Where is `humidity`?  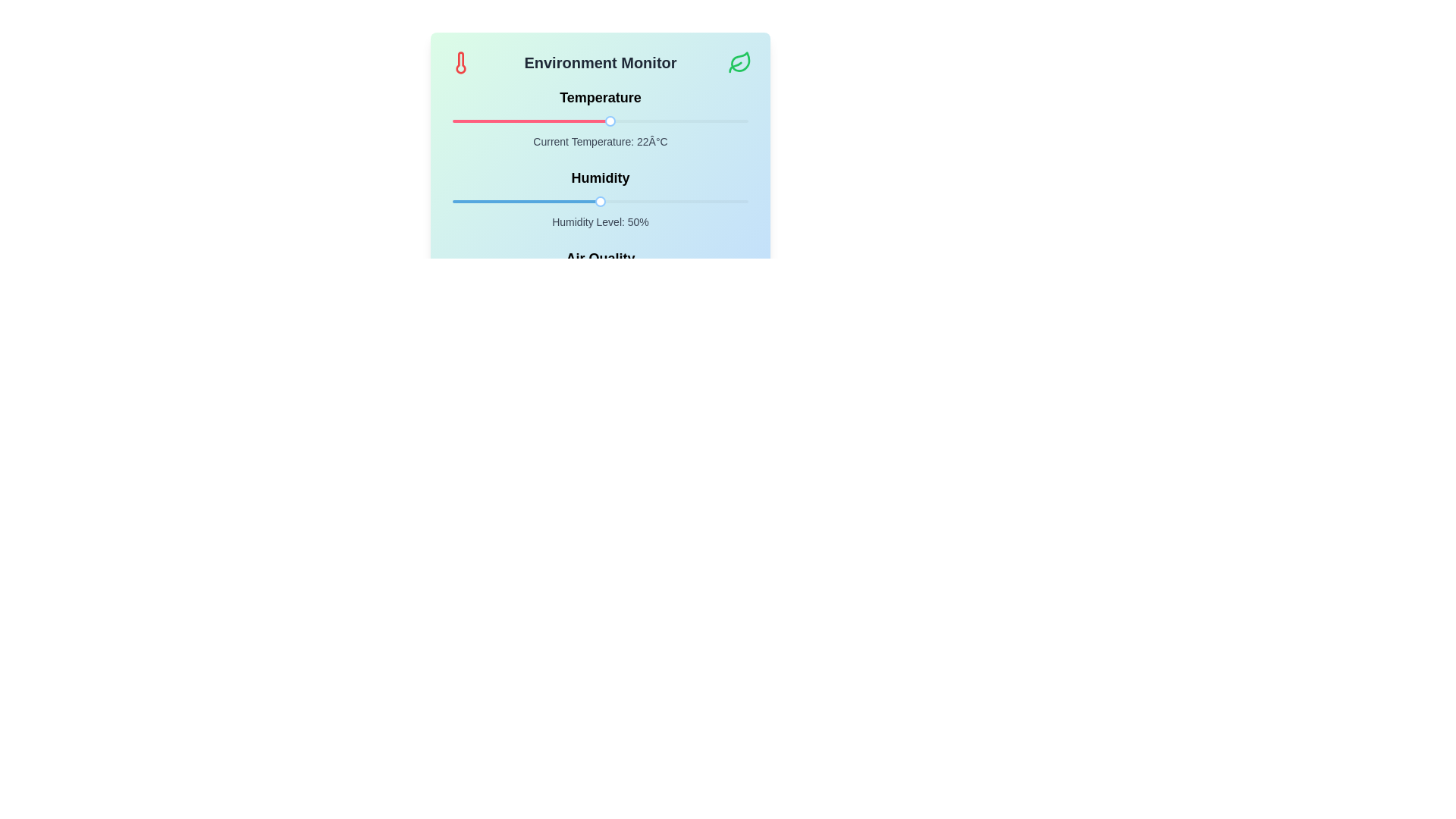
humidity is located at coordinates (594, 201).